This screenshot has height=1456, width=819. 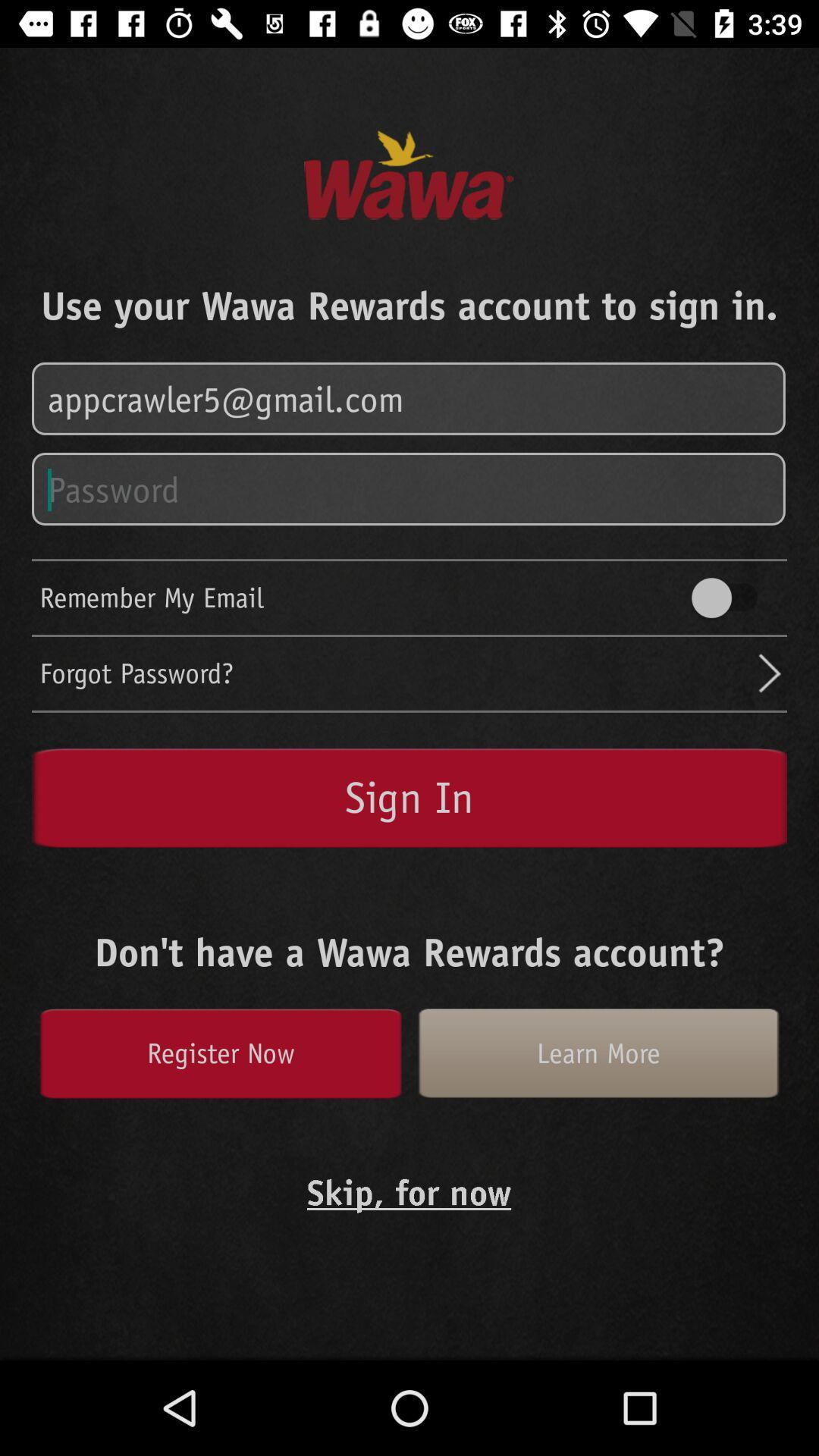 I want to click on icon next to learn more icon, so click(x=220, y=1053).